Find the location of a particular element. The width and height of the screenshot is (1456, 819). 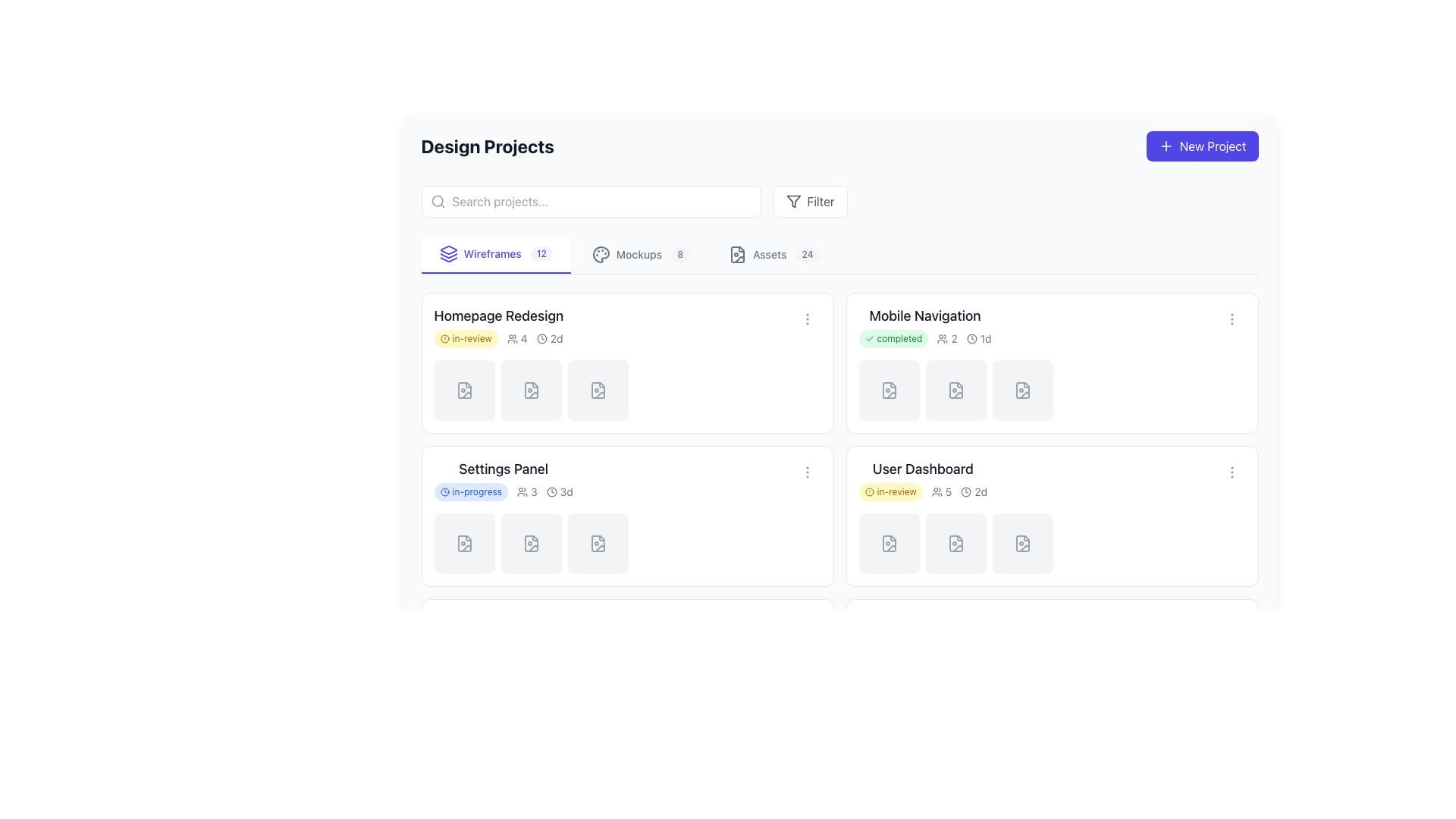

the filter button located in the top-right section of the interface, adjacent to the search bar is located at coordinates (809, 201).